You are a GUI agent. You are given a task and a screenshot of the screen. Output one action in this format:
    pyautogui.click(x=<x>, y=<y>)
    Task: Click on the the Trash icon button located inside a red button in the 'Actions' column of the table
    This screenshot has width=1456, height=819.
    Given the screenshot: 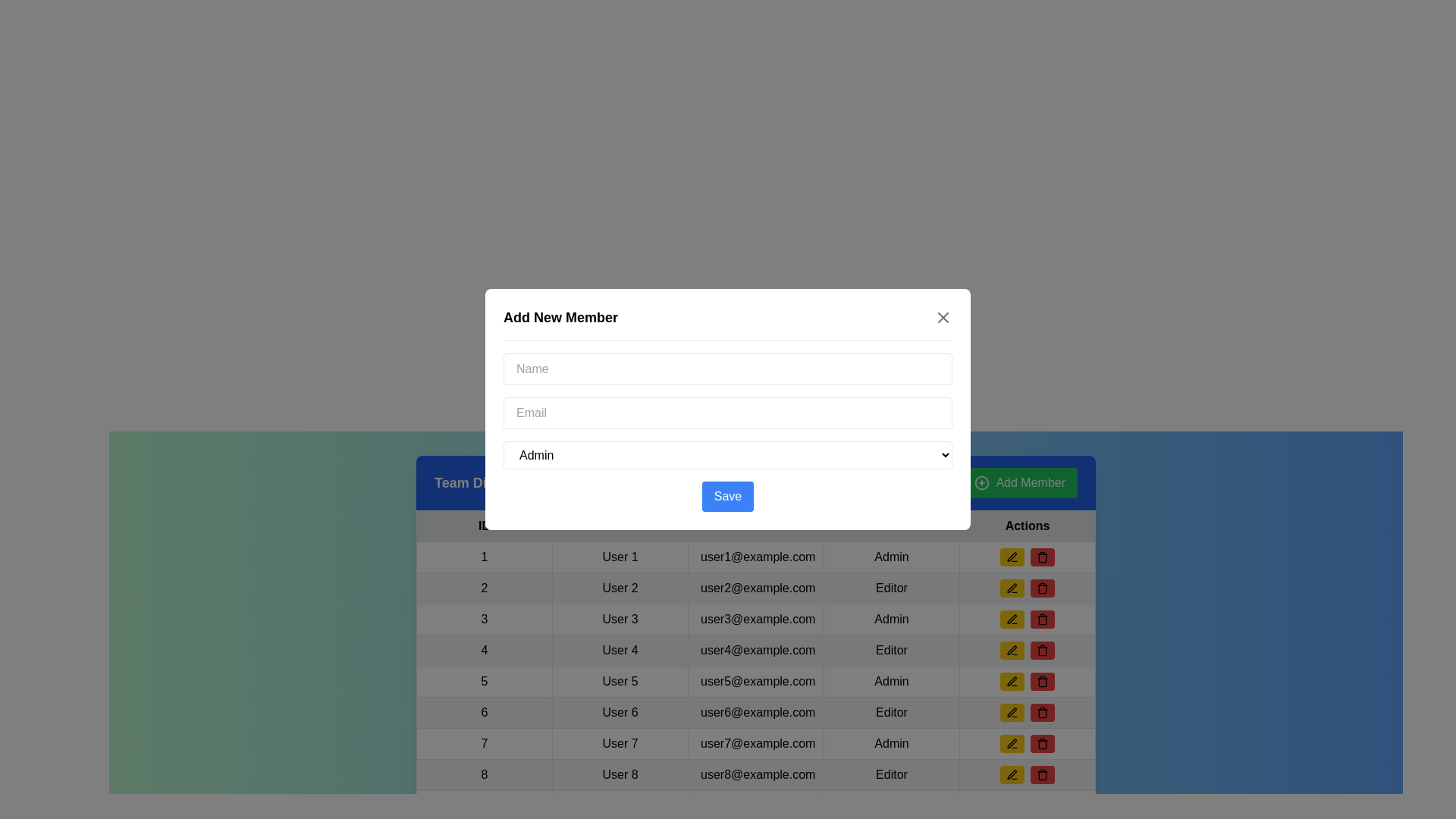 What is the action you would take?
    pyautogui.click(x=1041, y=680)
    